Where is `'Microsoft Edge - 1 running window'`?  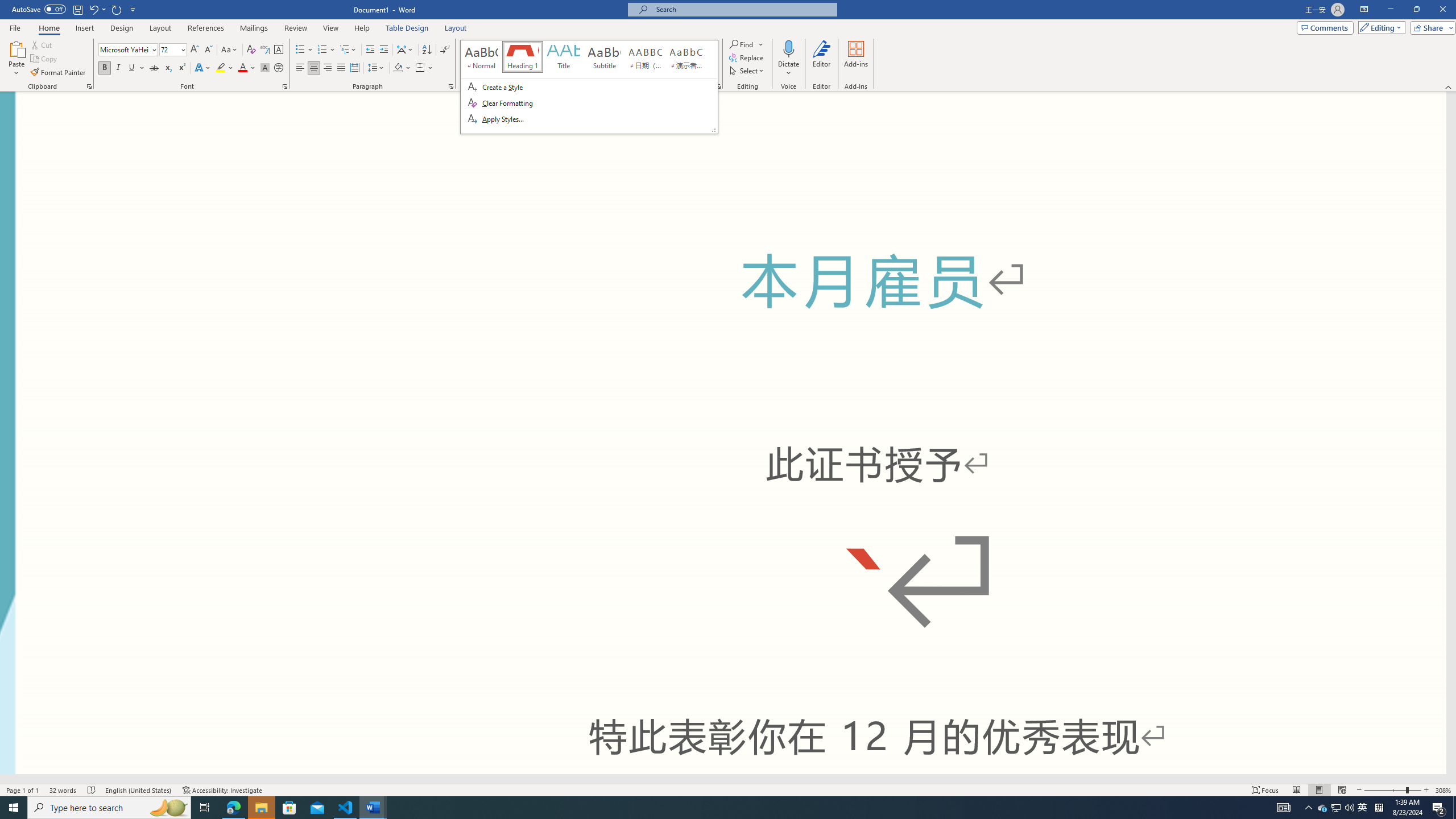
'Microsoft Edge - 1 running window' is located at coordinates (233, 806).